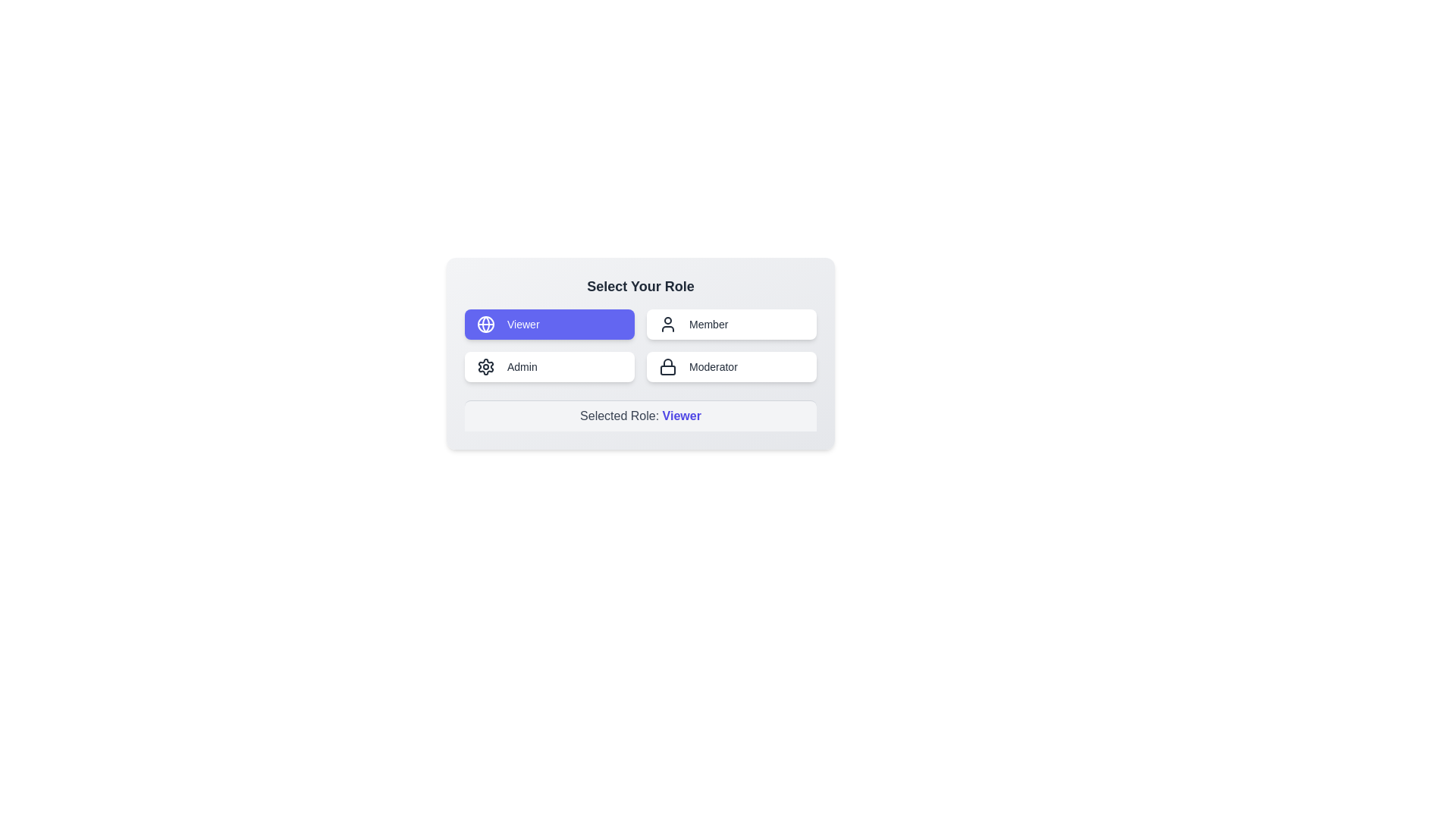 Image resolution: width=1456 pixels, height=819 pixels. Describe the element at coordinates (548, 324) in the screenshot. I see `the role button labeled Viewer` at that location.